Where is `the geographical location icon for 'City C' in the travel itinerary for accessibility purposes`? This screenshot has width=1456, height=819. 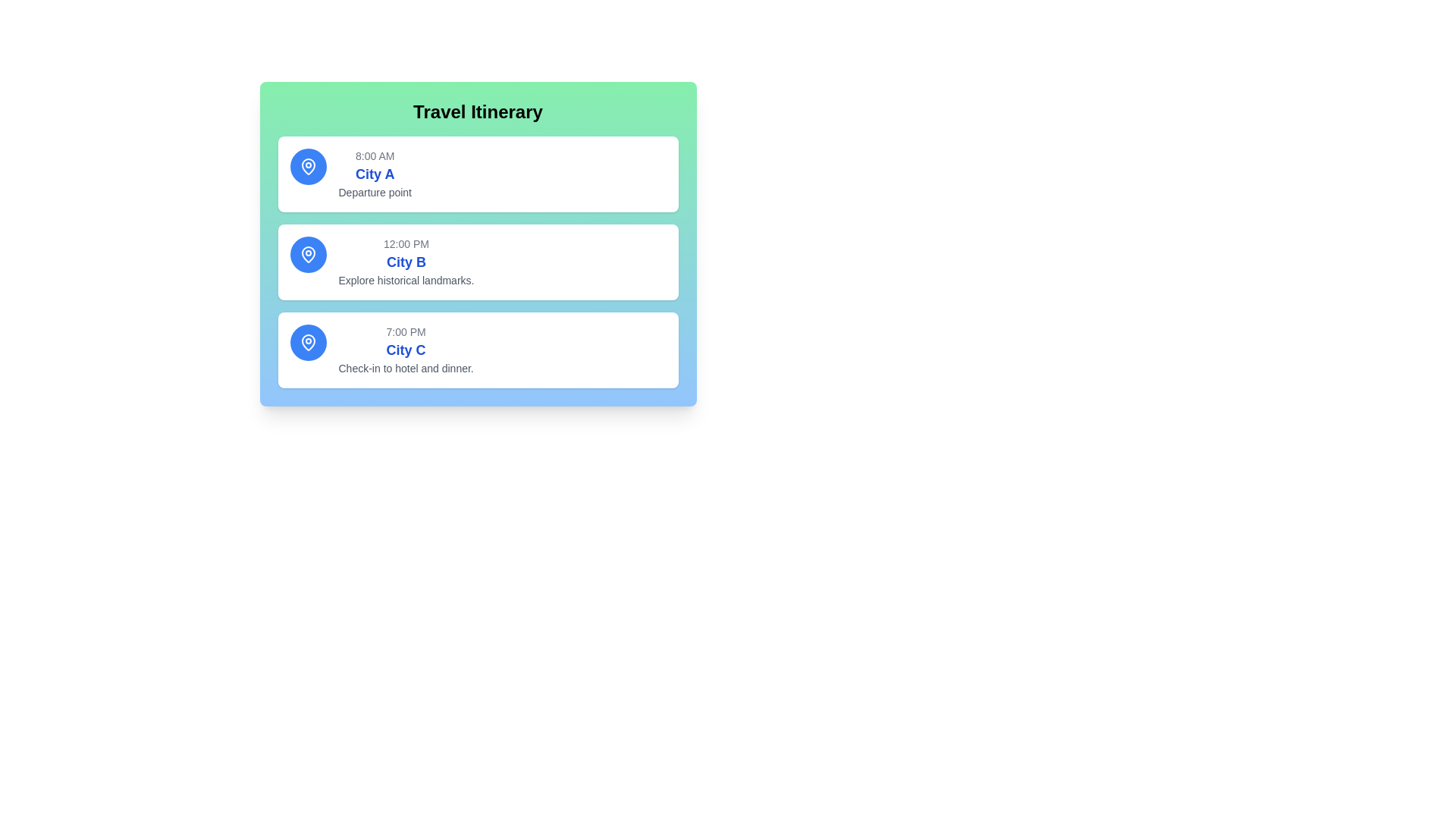 the geographical location icon for 'City C' in the travel itinerary for accessibility purposes is located at coordinates (307, 342).